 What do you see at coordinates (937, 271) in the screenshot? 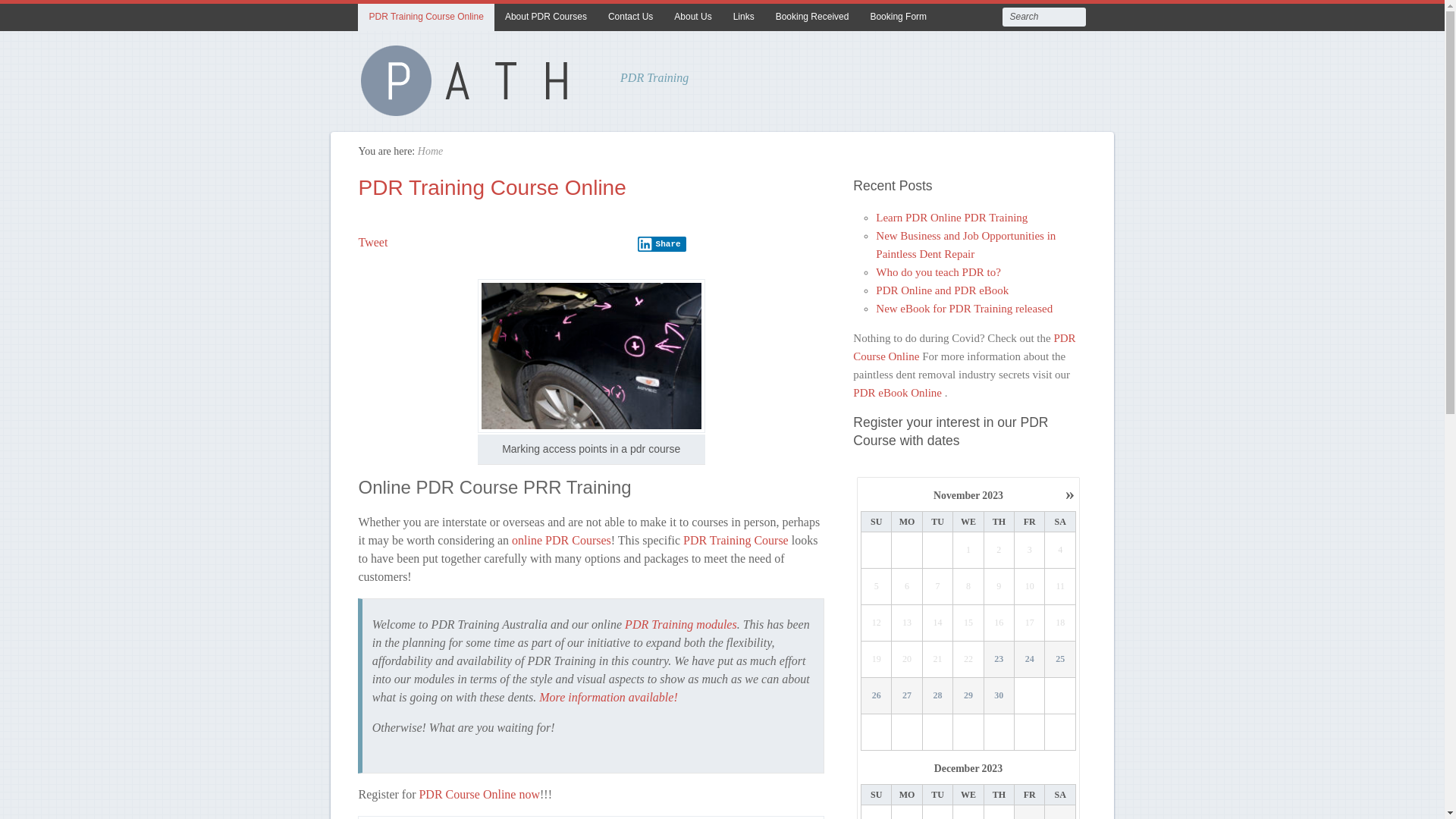
I see `'Who do you teach PDR to?'` at bounding box center [937, 271].